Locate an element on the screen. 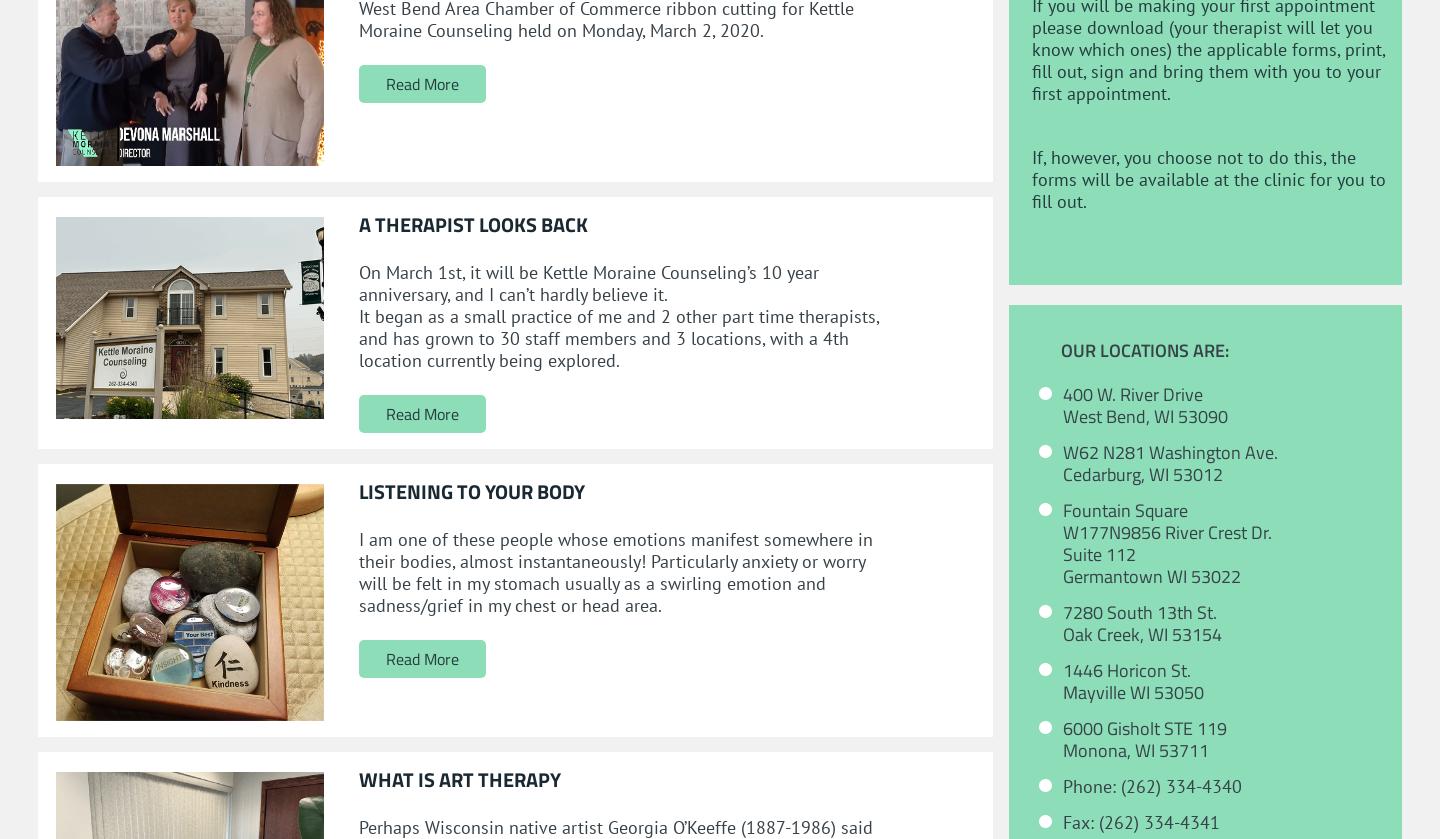 This screenshot has width=1440, height=839. 'Fax: (262) 334-4341' is located at coordinates (1063, 821).